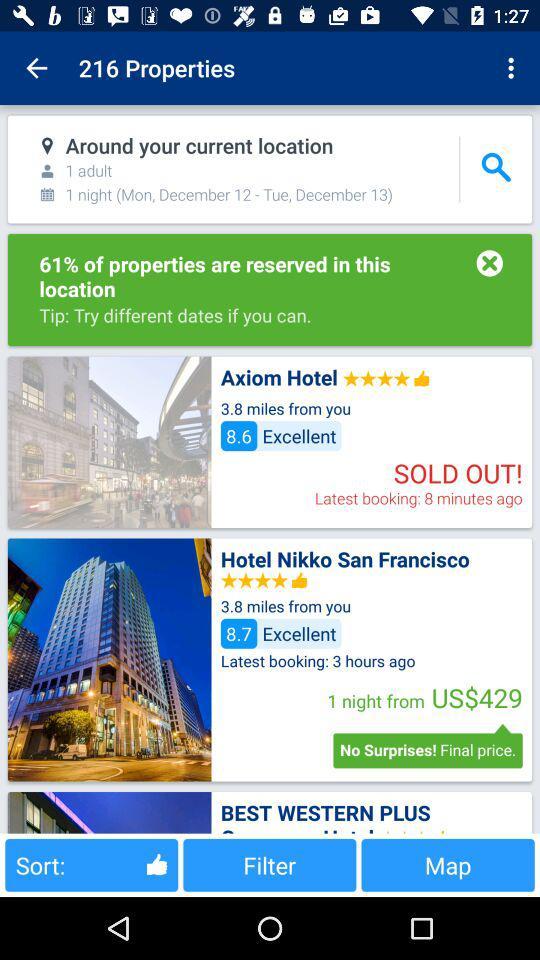 This screenshot has width=540, height=960. What do you see at coordinates (513, 68) in the screenshot?
I see `item next to 216 properties` at bounding box center [513, 68].